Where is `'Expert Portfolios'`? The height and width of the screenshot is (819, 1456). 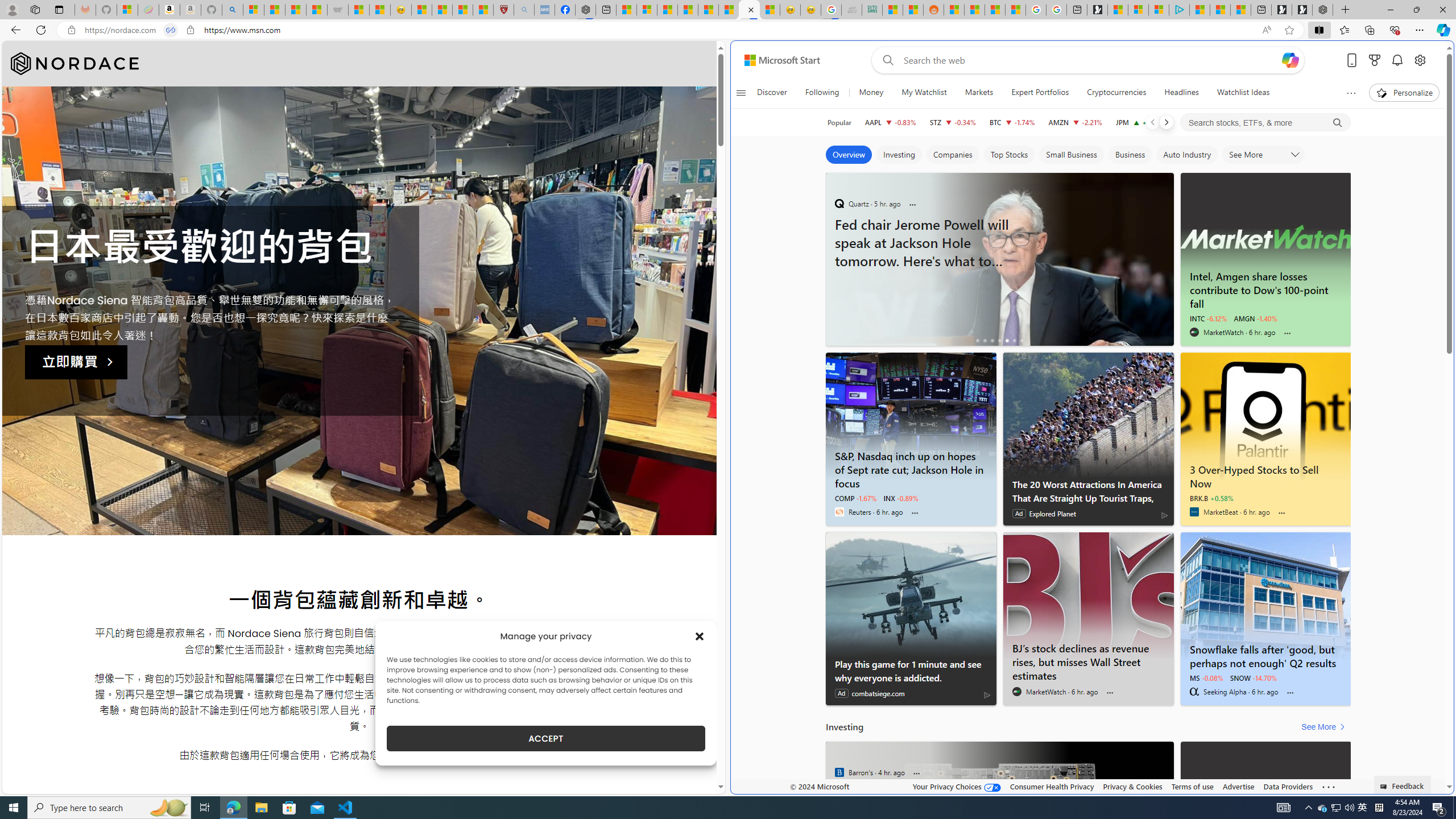 'Expert Portfolios' is located at coordinates (1040, 92).